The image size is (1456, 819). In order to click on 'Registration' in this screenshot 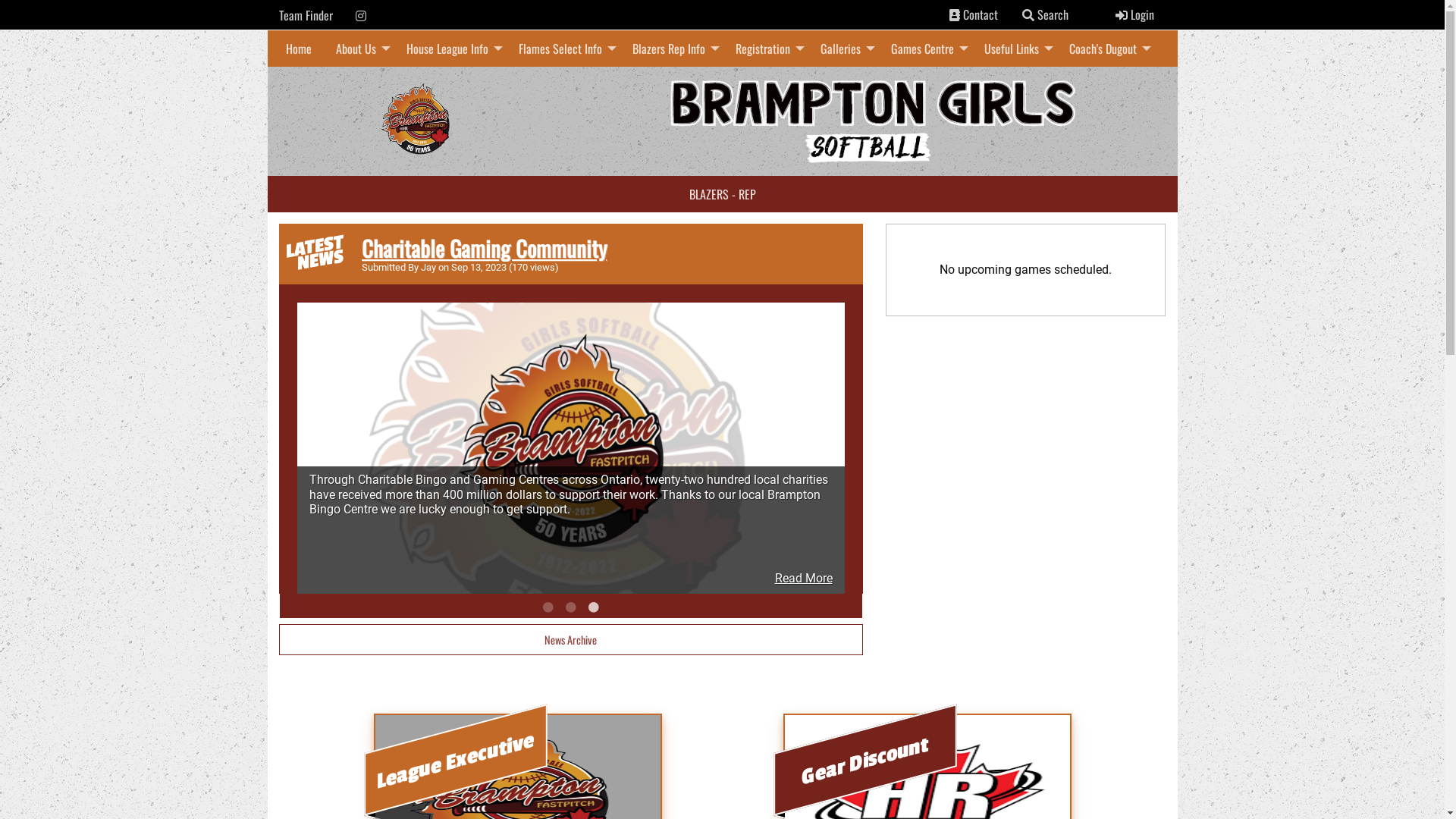, I will do `click(723, 48)`.